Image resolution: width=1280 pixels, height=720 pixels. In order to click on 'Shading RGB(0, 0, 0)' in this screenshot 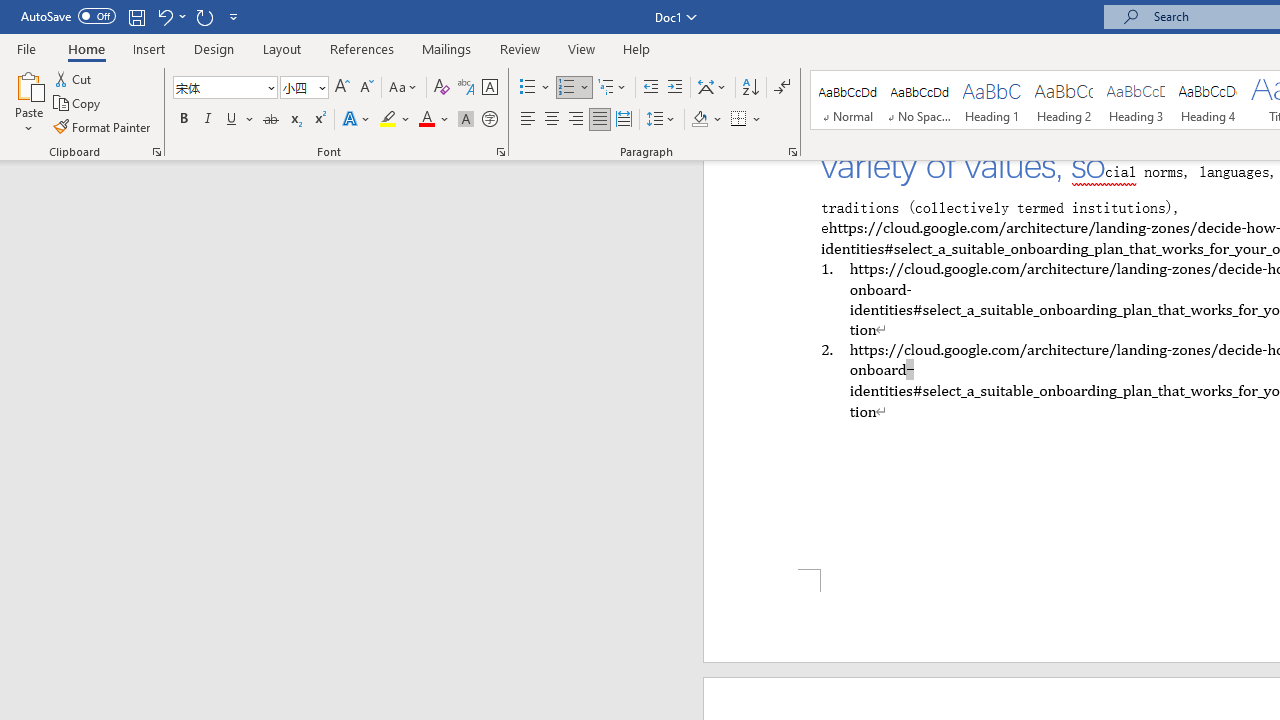, I will do `click(699, 119)`.